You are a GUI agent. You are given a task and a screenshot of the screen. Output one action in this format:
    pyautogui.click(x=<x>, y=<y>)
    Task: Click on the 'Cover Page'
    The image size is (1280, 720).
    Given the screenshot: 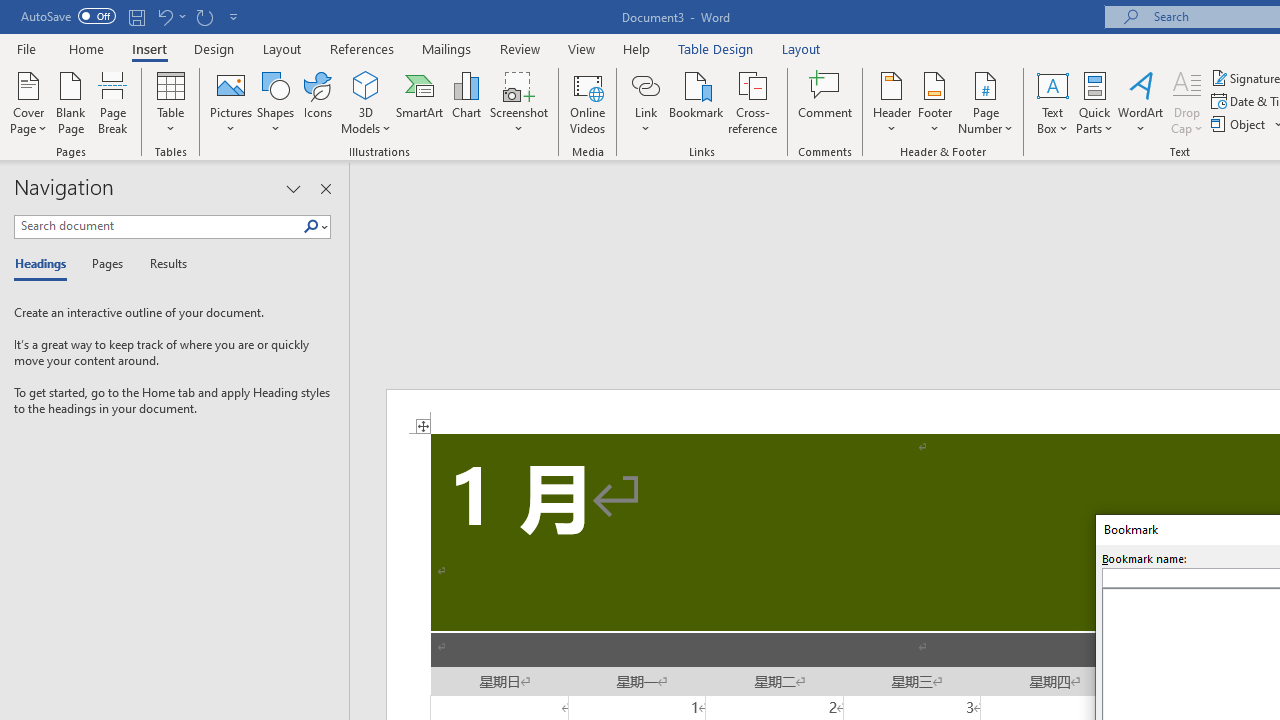 What is the action you would take?
    pyautogui.click(x=28, y=103)
    